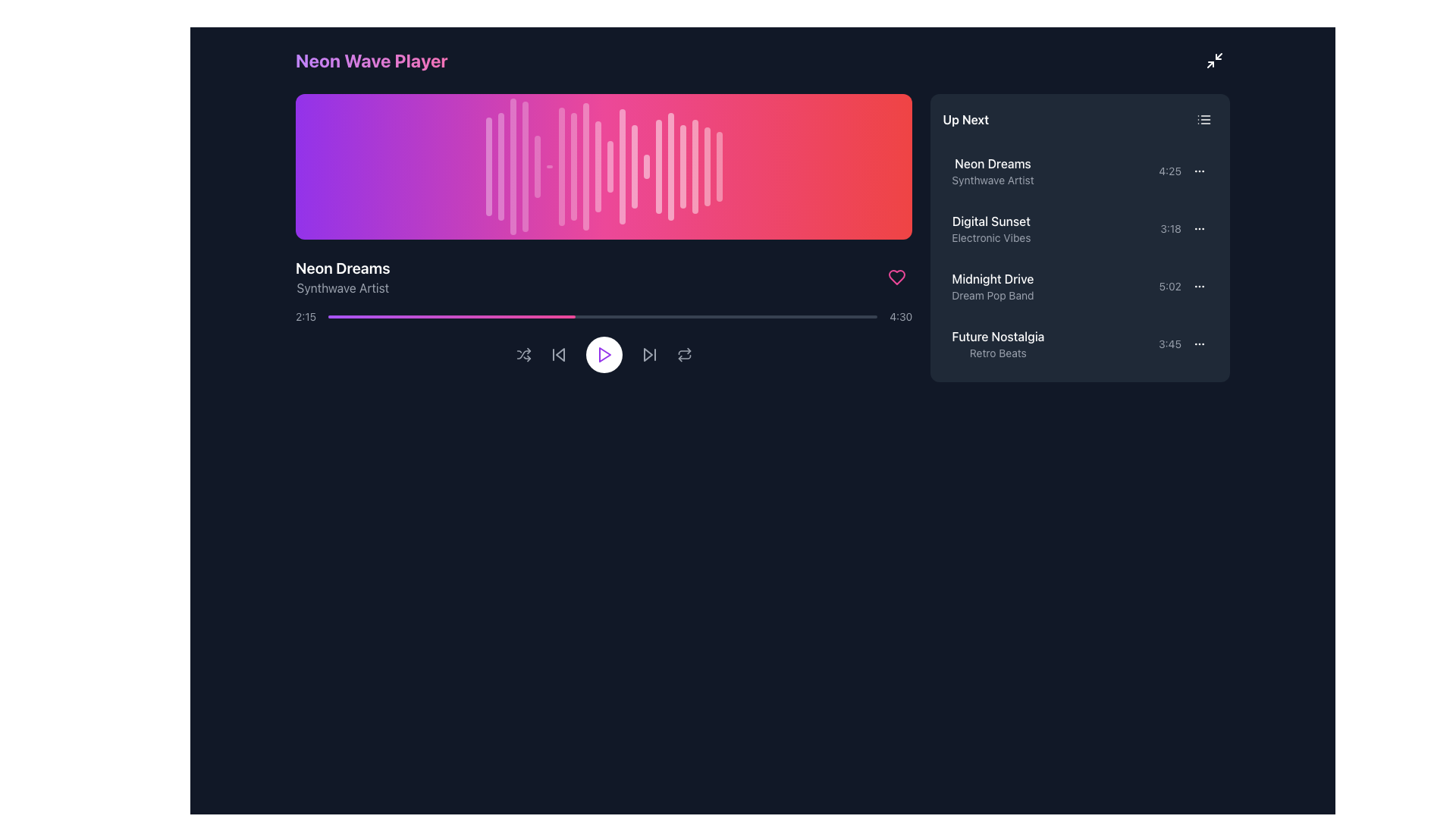  Describe the element at coordinates (706, 166) in the screenshot. I see `the visual waveform bar, which is the nineteenth bar in a sequence of similar bars, appearing as a thin vertical bar with a rounded shape and a pulse-like animation` at that location.